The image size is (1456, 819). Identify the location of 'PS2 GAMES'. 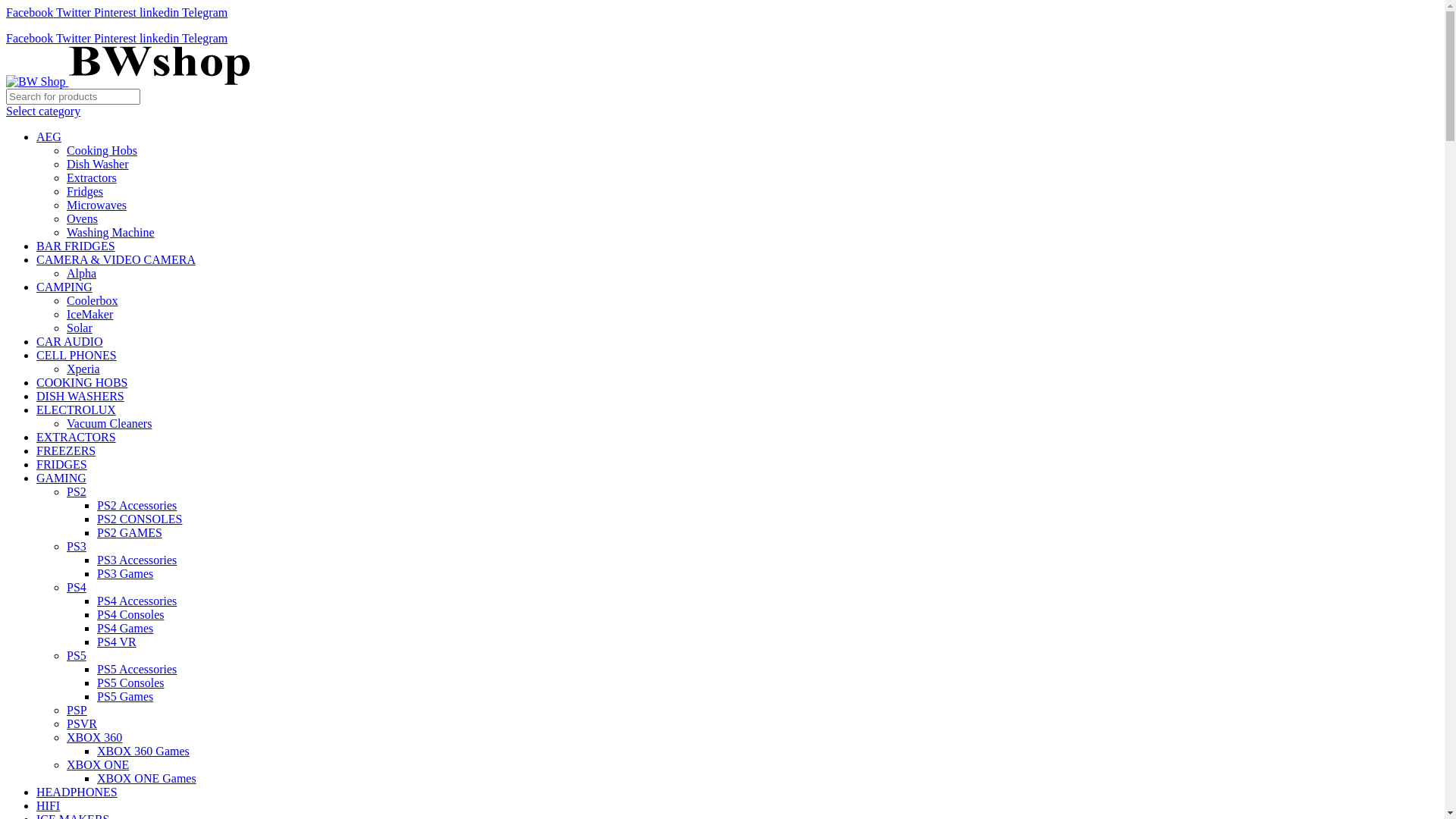
(96, 532).